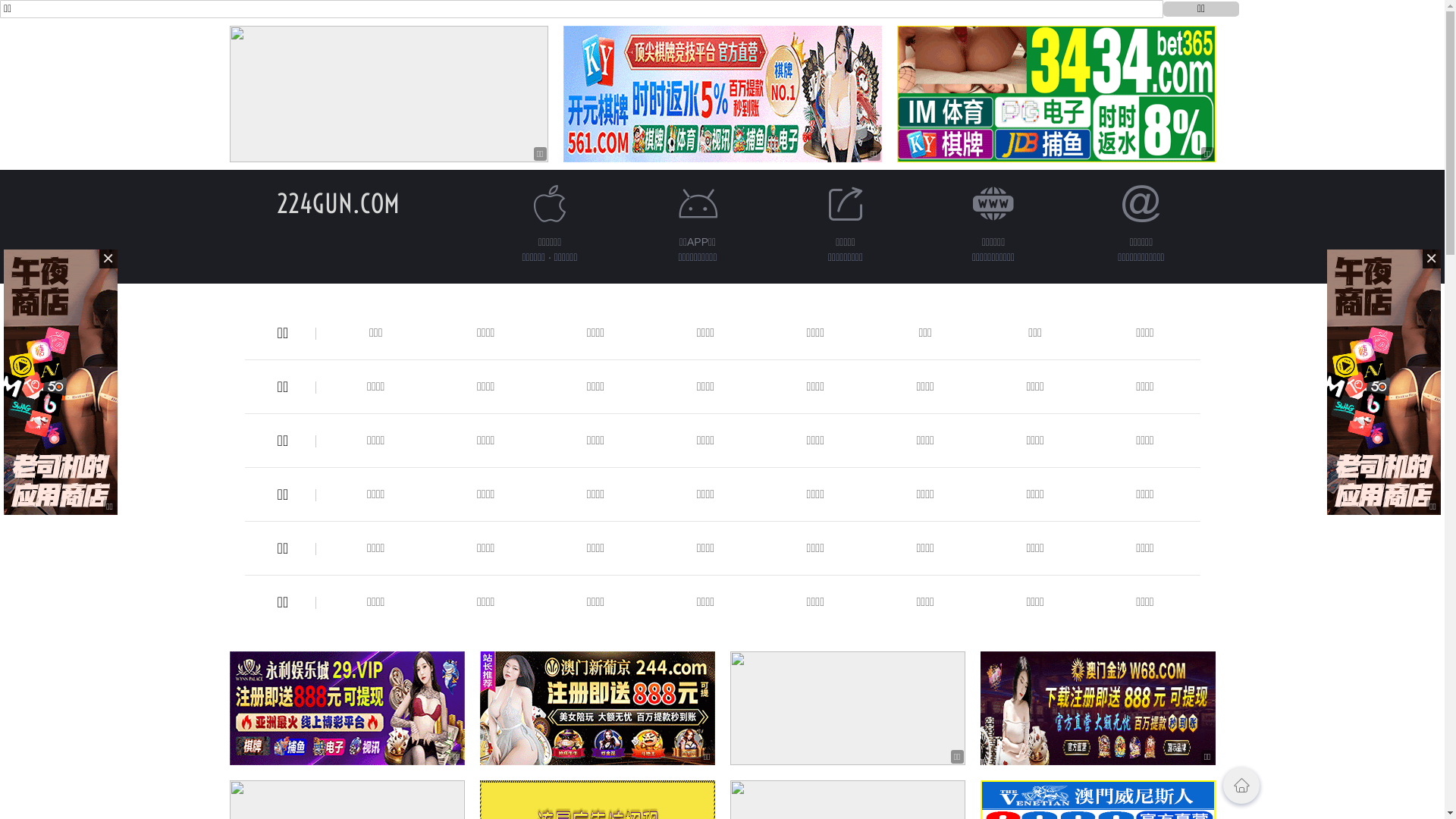 The width and height of the screenshot is (1456, 819). Describe the element at coordinates (337, 202) in the screenshot. I see `'224GUN.COM'` at that location.